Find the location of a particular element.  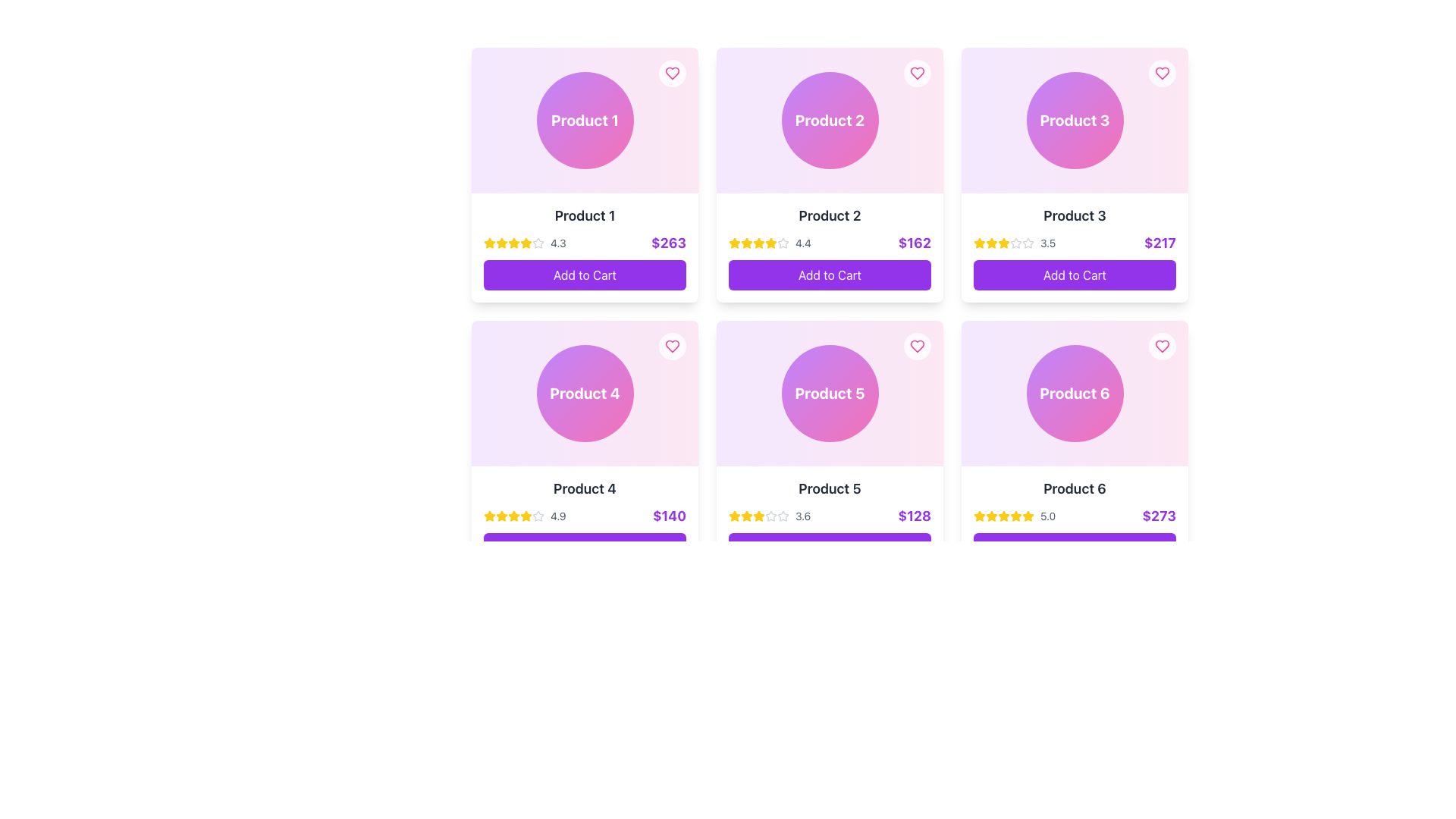

the first star icon in the rating system for 'Product 4', which is displayed in the second row of the grid layout is located at coordinates (490, 515).